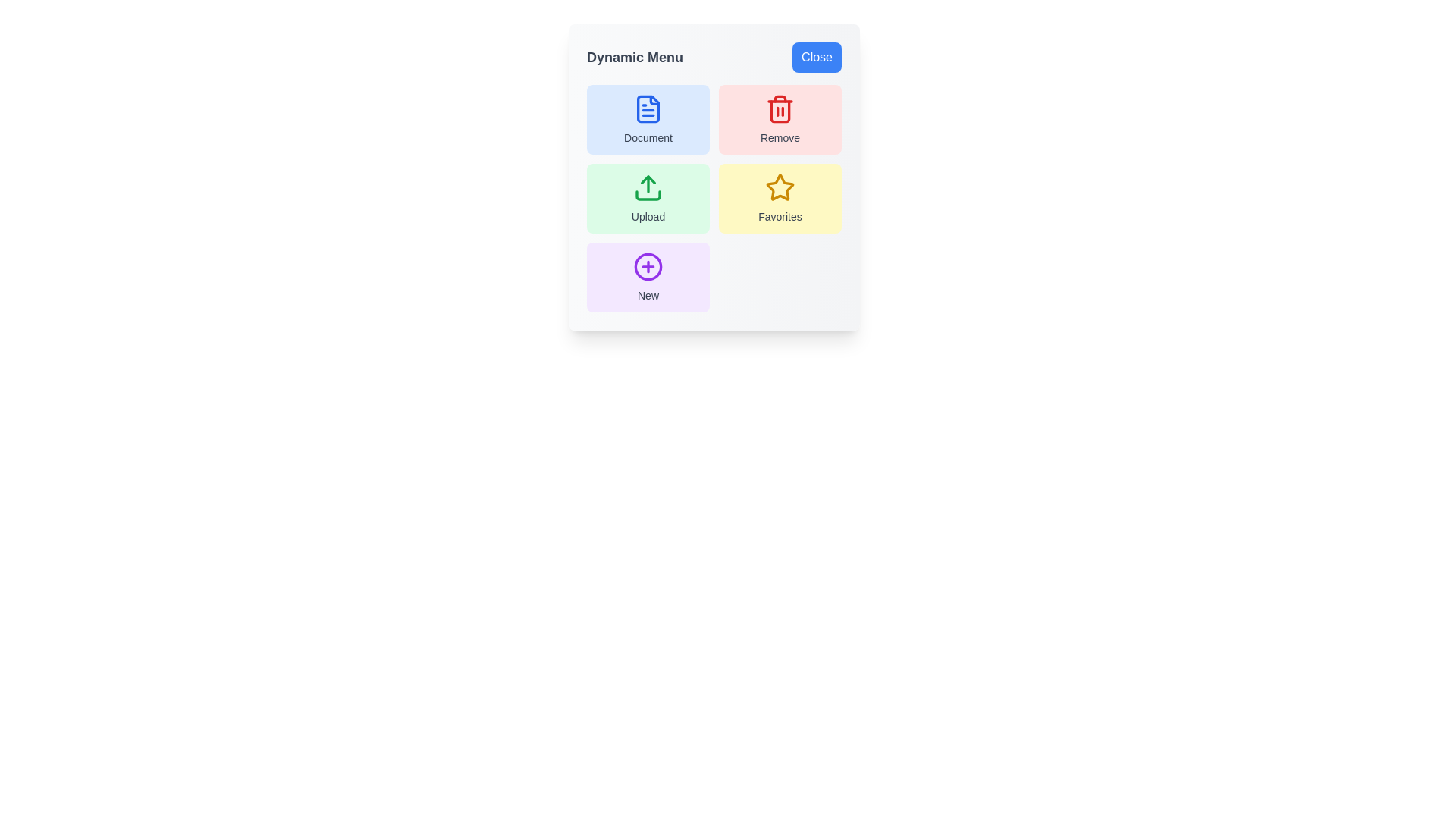 This screenshot has height=819, width=1456. What do you see at coordinates (780, 198) in the screenshot?
I see `the yellow rectangular button labeled 'Favorites' which contains a star icon, to trigger its hover state` at bounding box center [780, 198].